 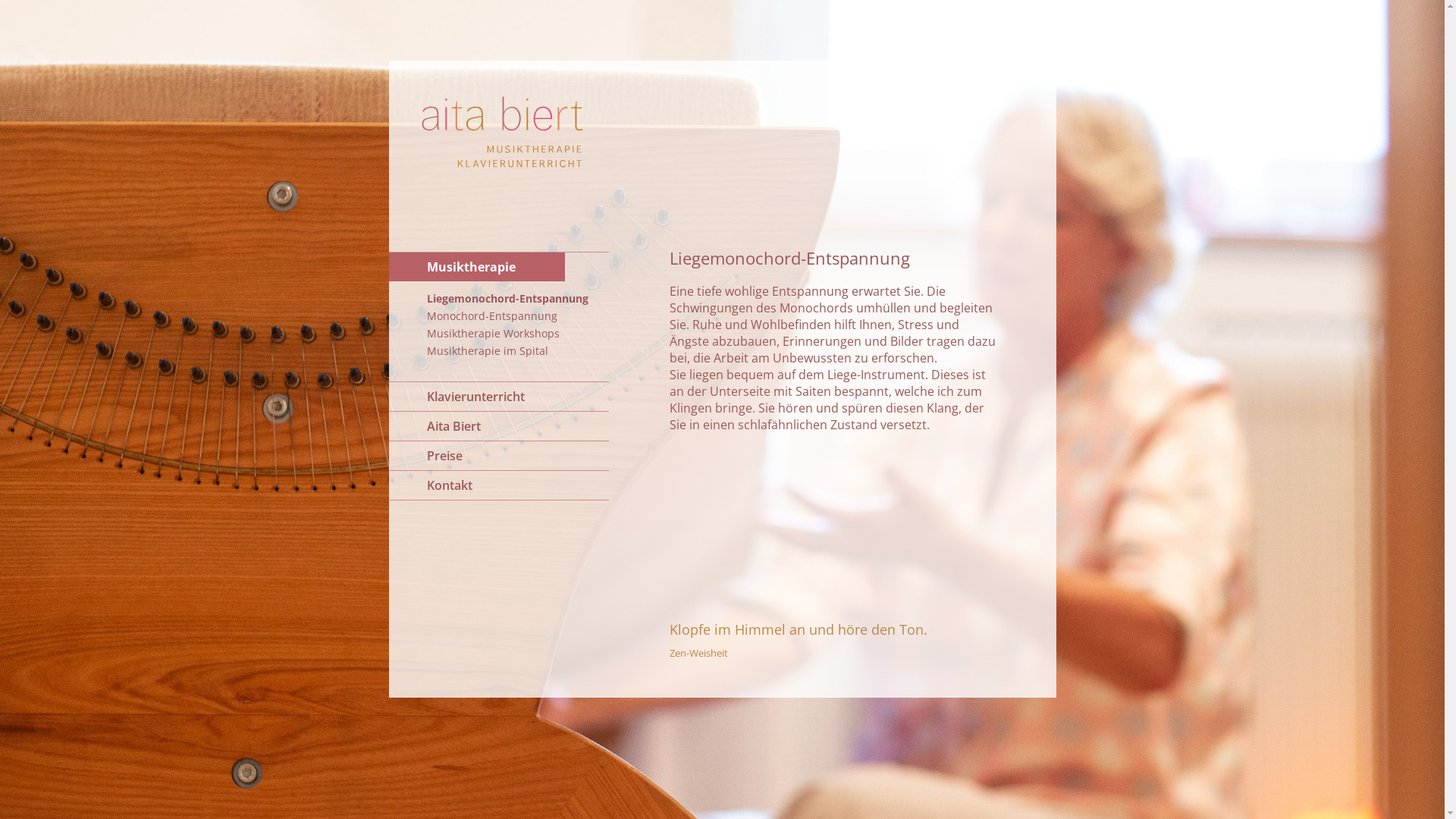 I want to click on 'Preise', so click(x=498, y=455).